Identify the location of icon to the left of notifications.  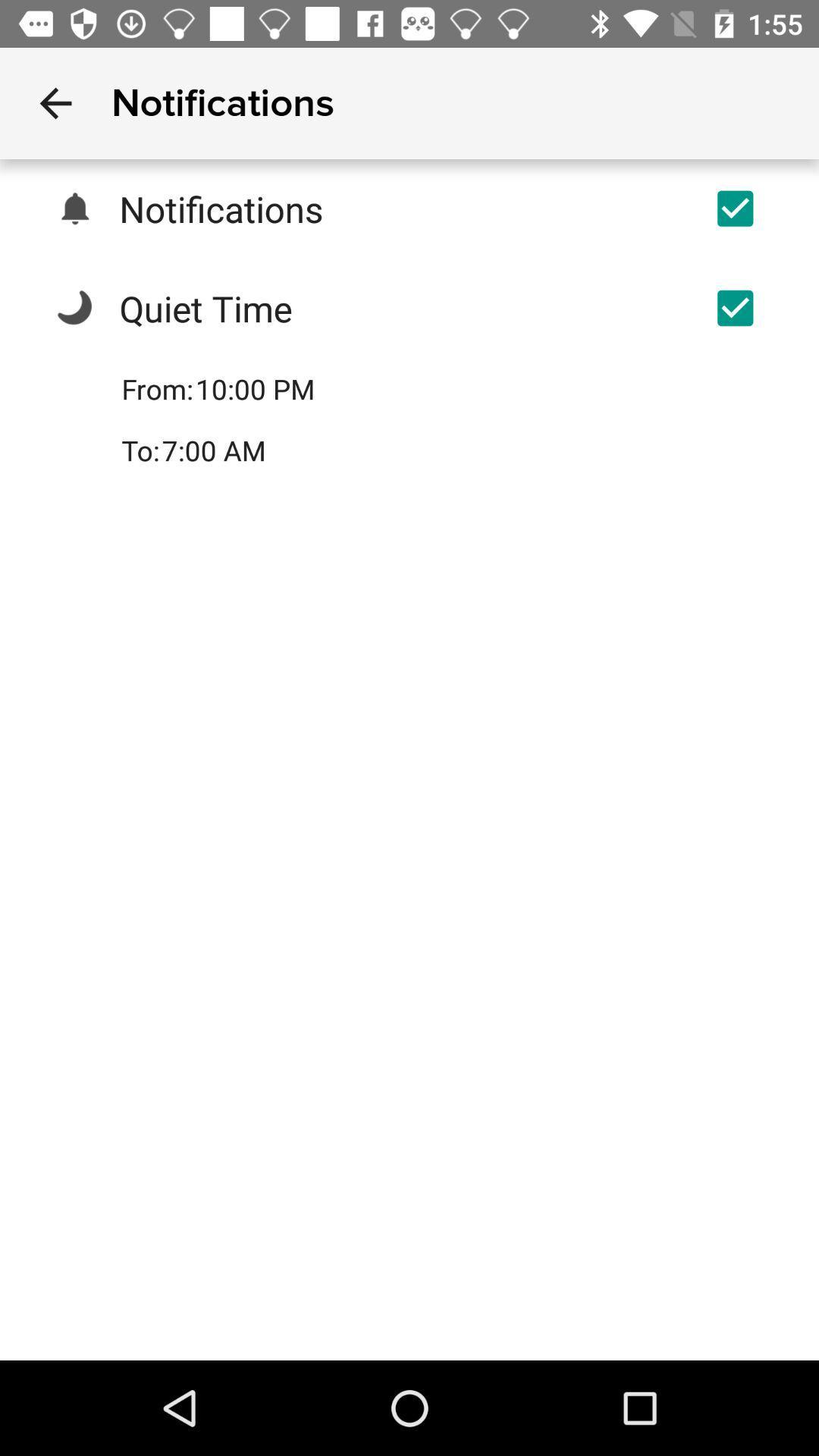
(55, 102).